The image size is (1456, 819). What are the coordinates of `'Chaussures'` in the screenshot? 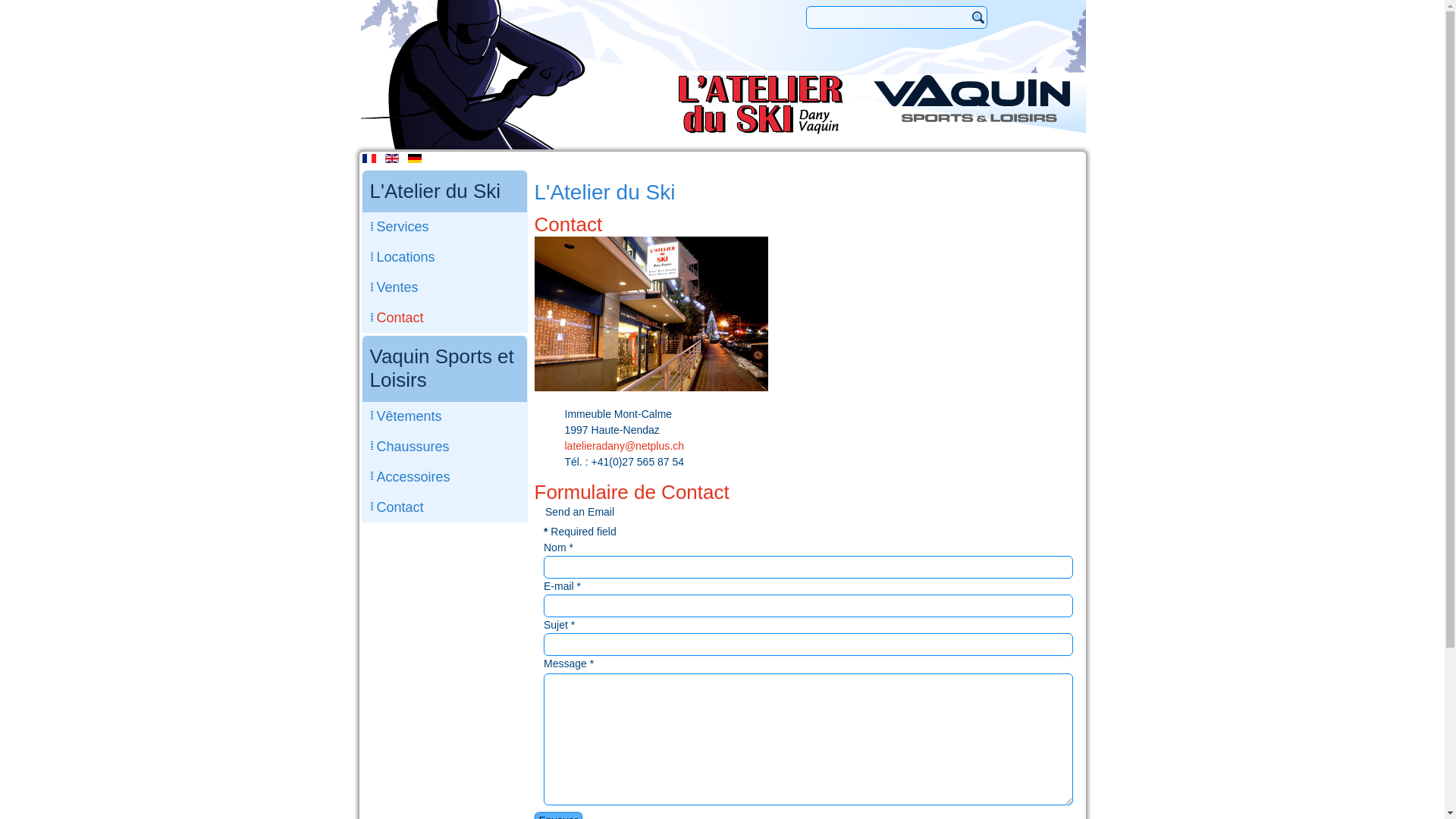 It's located at (443, 446).